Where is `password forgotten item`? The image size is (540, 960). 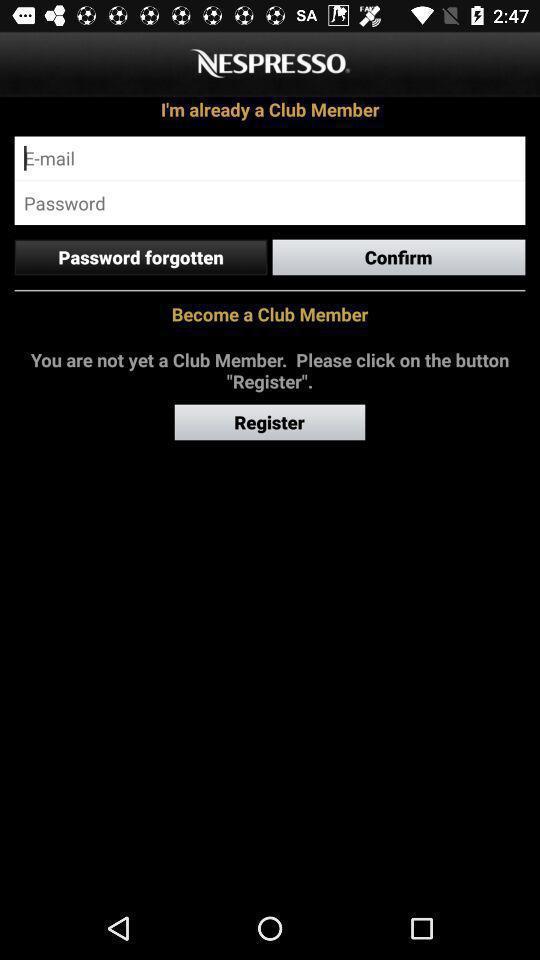
password forgotten item is located at coordinates (139, 256).